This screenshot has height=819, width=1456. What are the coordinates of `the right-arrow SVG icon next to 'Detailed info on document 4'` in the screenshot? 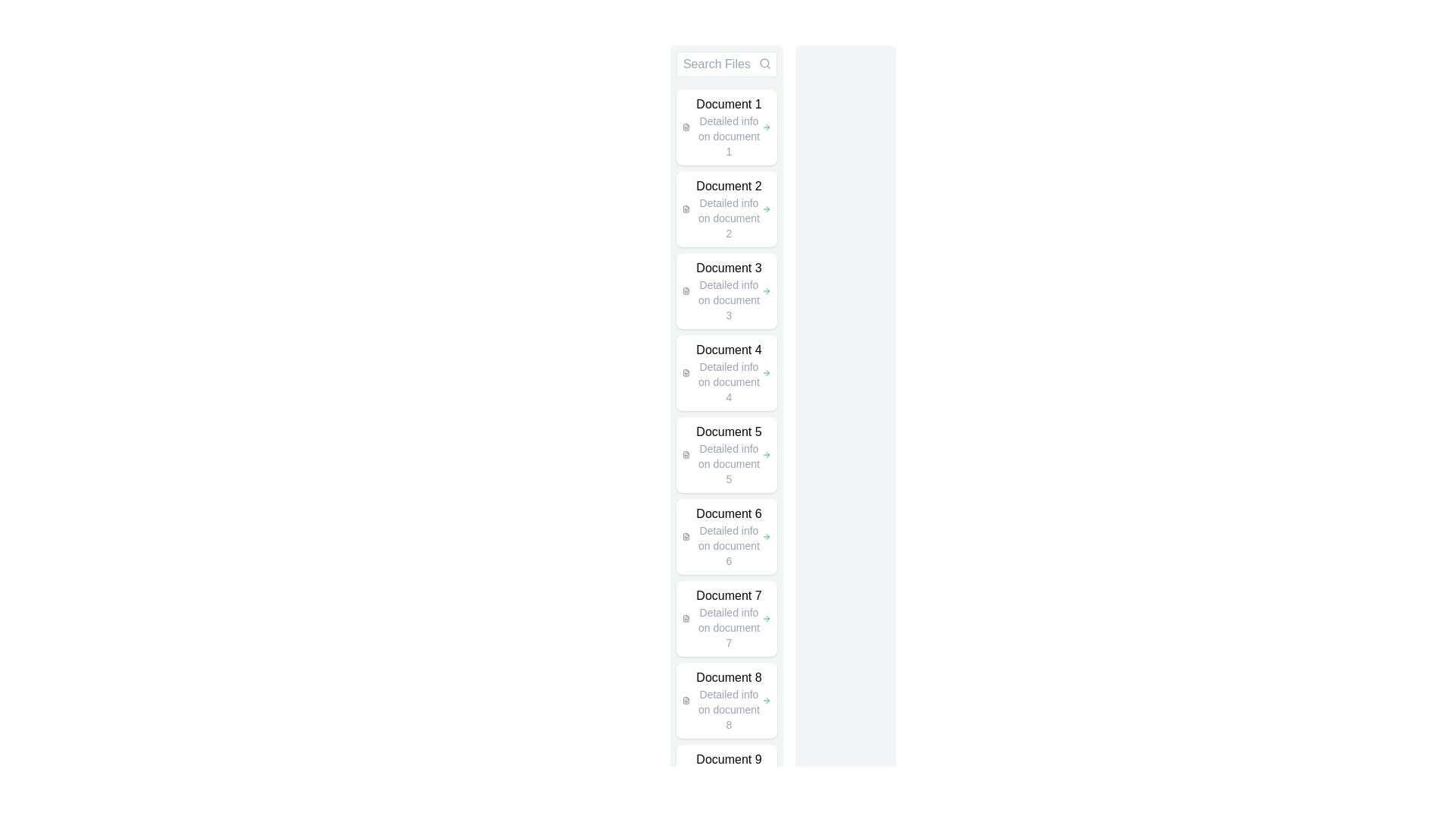 It's located at (767, 373).